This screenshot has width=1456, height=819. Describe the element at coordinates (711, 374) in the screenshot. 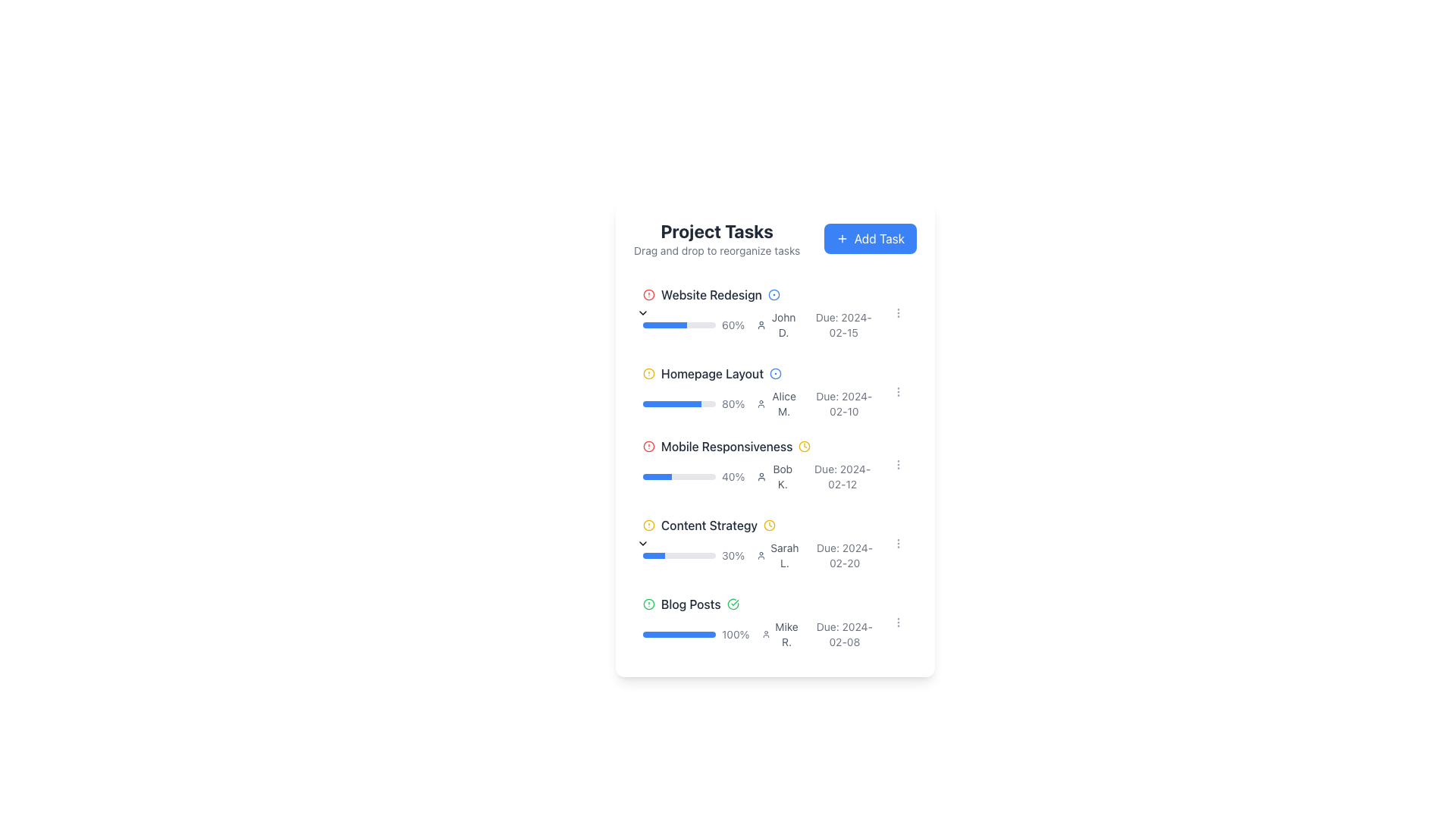

I see `the 'Homepage Layout' text label, which is styled with a medium-weight font and gray color` at that location.